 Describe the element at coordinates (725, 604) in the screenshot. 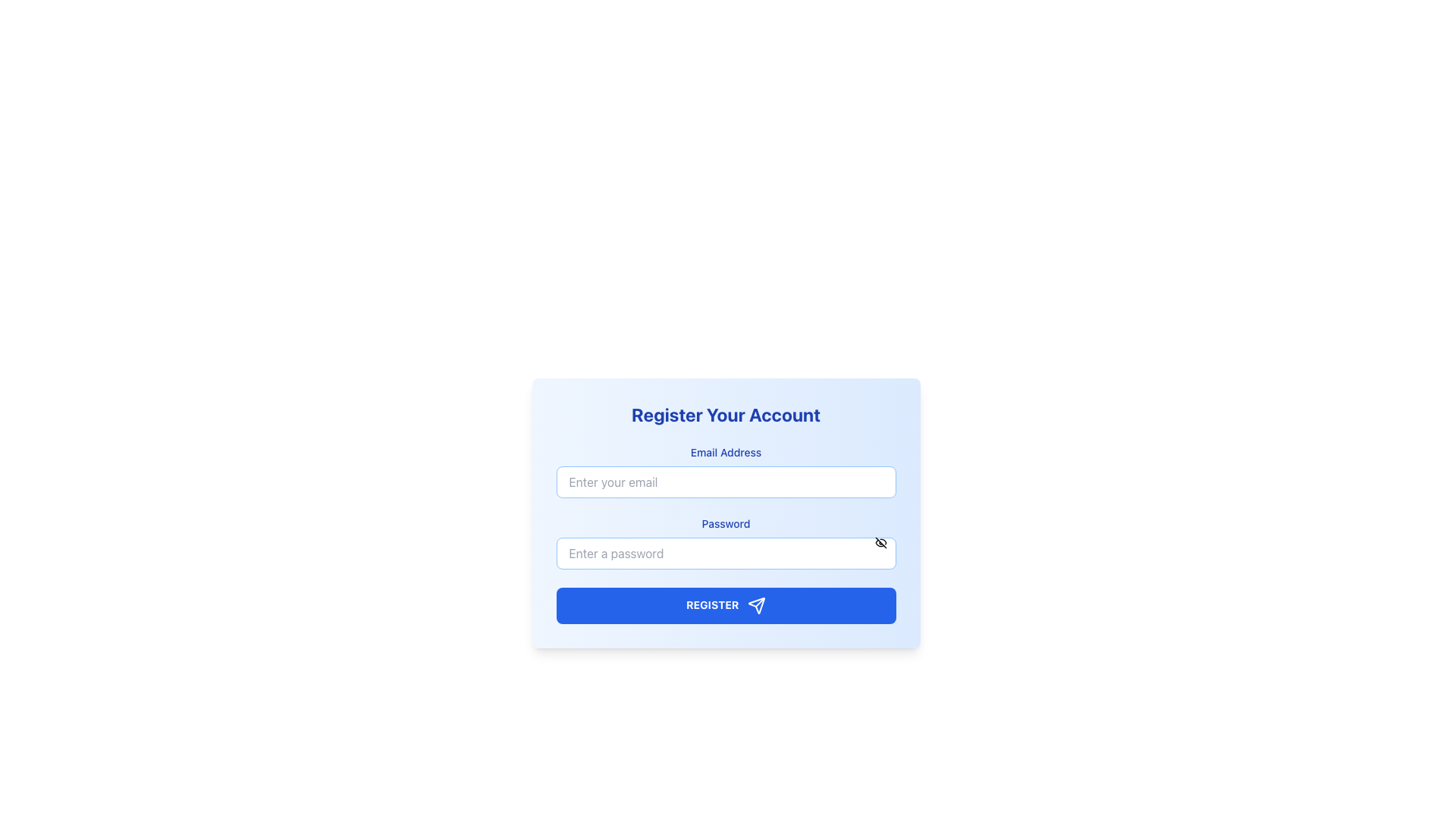

I see `the submit button located at the bottom of the registration form to observe its hover effects` at that location.